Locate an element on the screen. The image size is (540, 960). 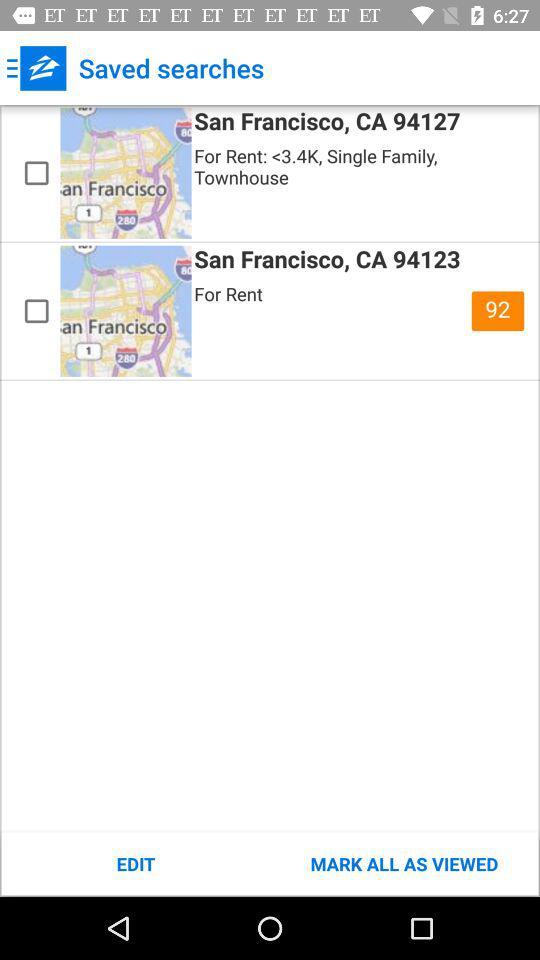
item next to saved searches is located at coordinates (36, 68).